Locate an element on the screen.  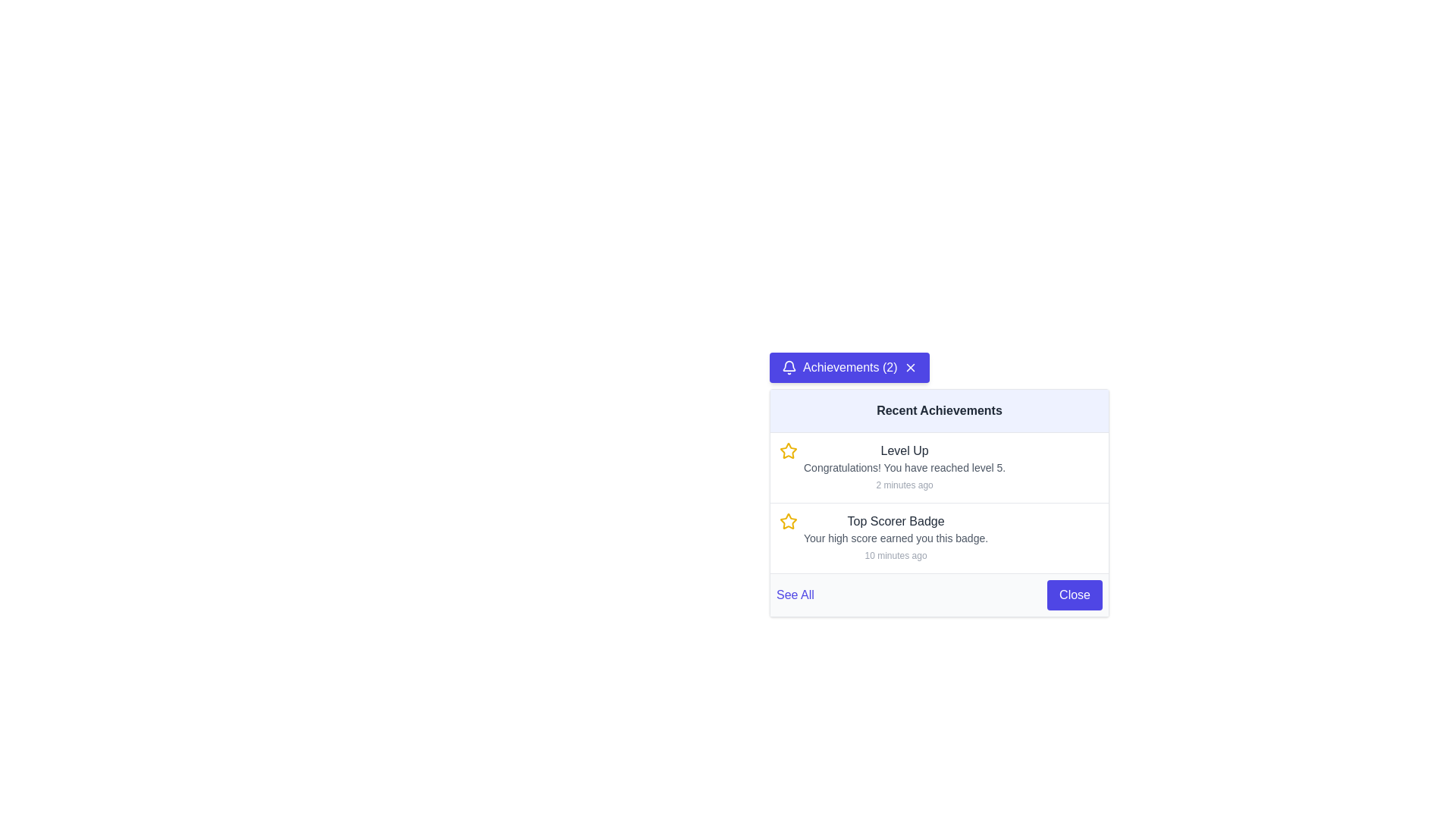
the yellow star icon with a white interior and a hollow center, located next to the text 'Top Scorer Badge' in the Achievements notification panel is located at coordinates (789, 450).